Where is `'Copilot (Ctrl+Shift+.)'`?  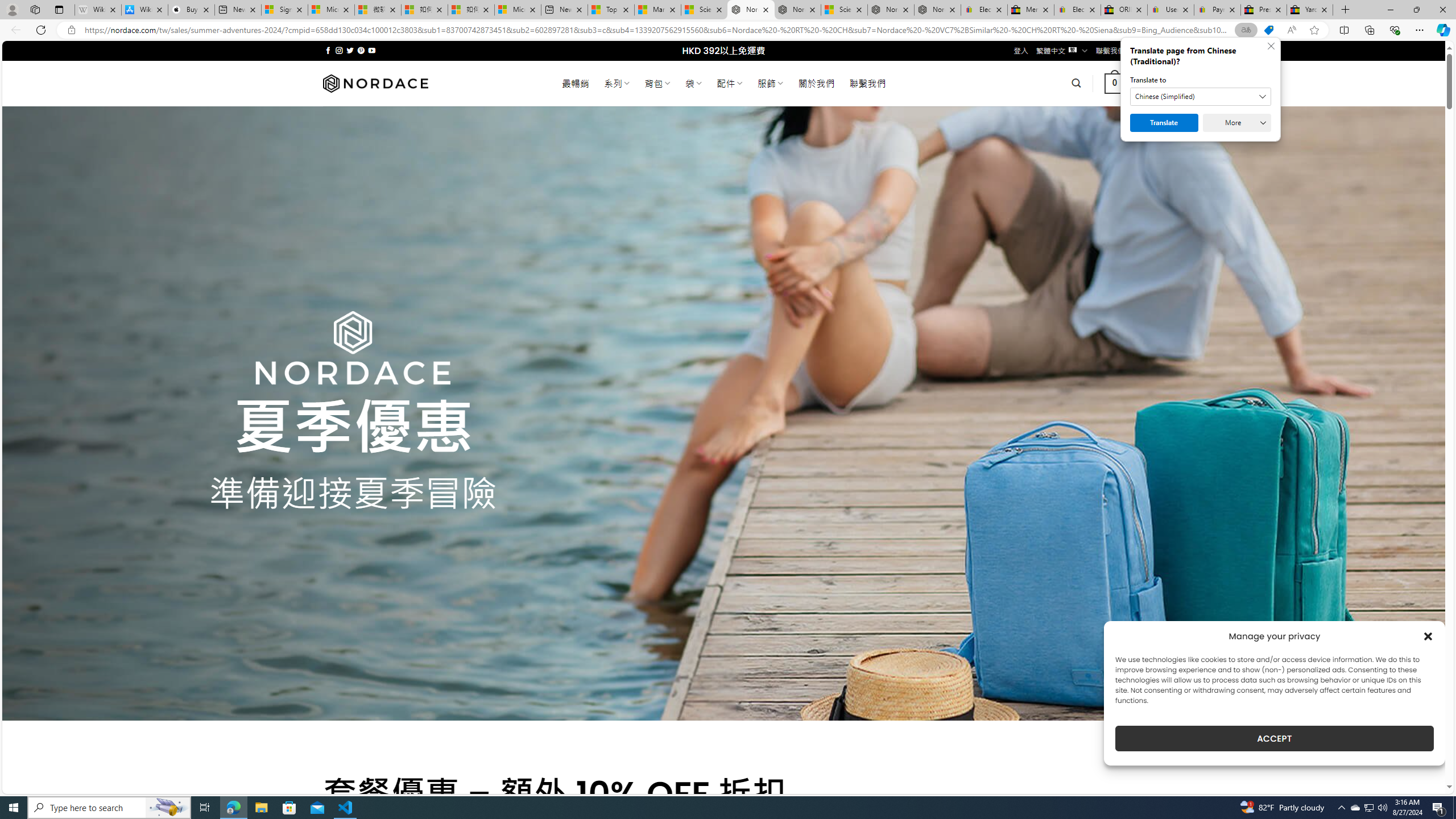
'Copilot (Ctrl+Shift+.)' is located at coordinates (1442, 29).